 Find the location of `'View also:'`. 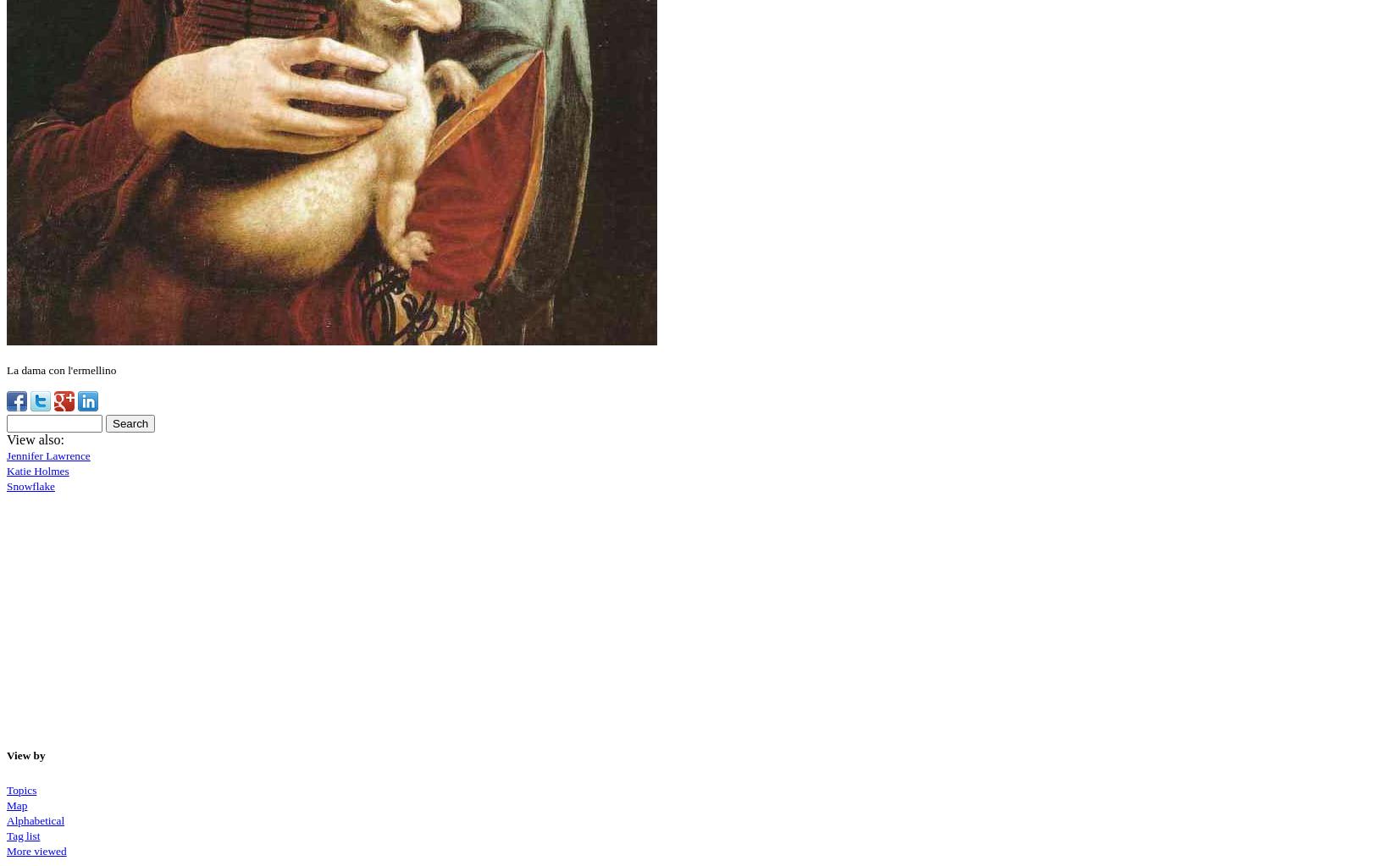

'View also:' is located at coordinates (34, 439).